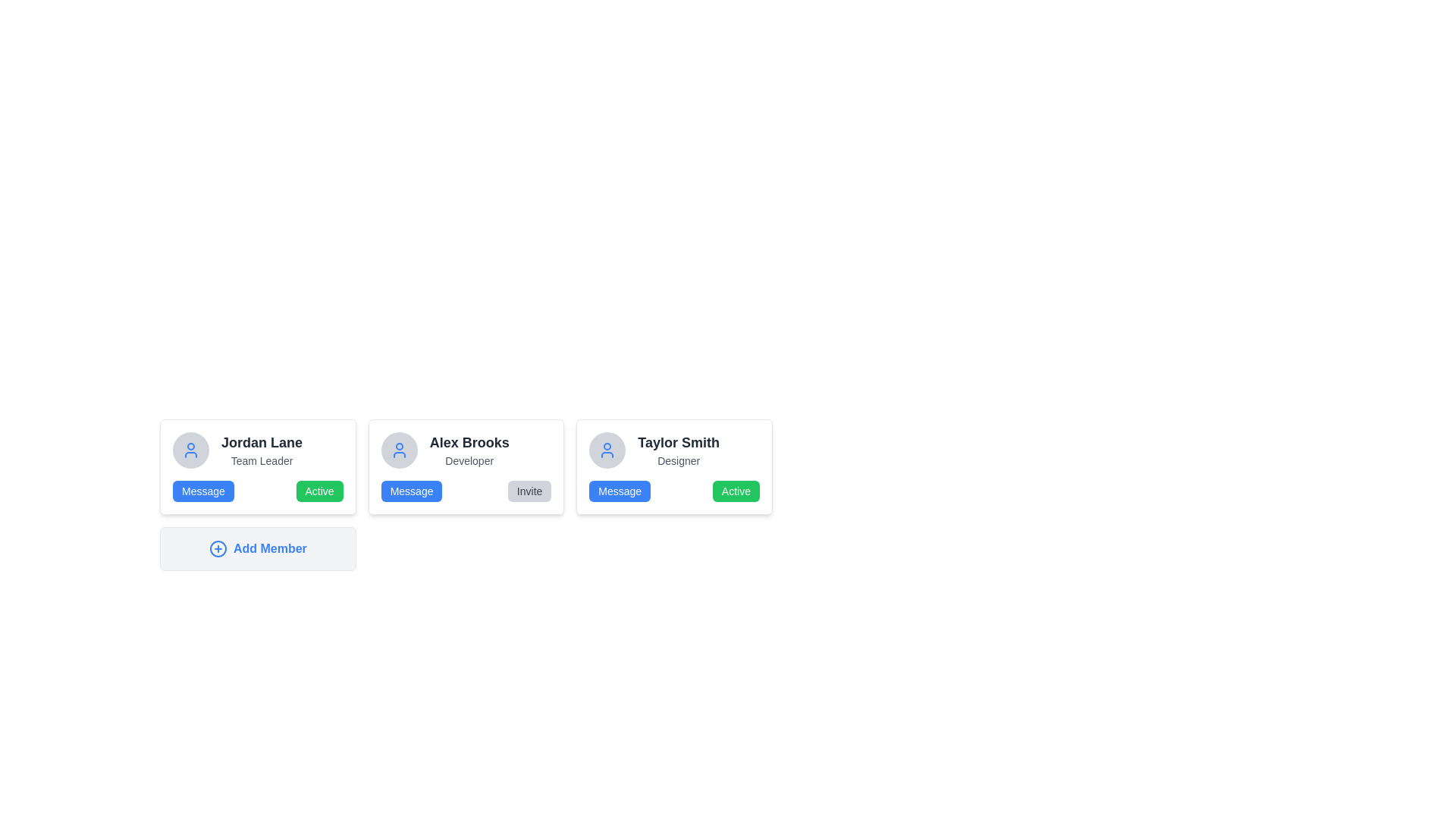  What do you see at coordinates (678, 442) in the screenshot?
I see `the text label displaying 'Taylor Smith', which is styled in a bold large font and located above the smaller text 'Designer' on the user card` at bounding box center [678, 442].